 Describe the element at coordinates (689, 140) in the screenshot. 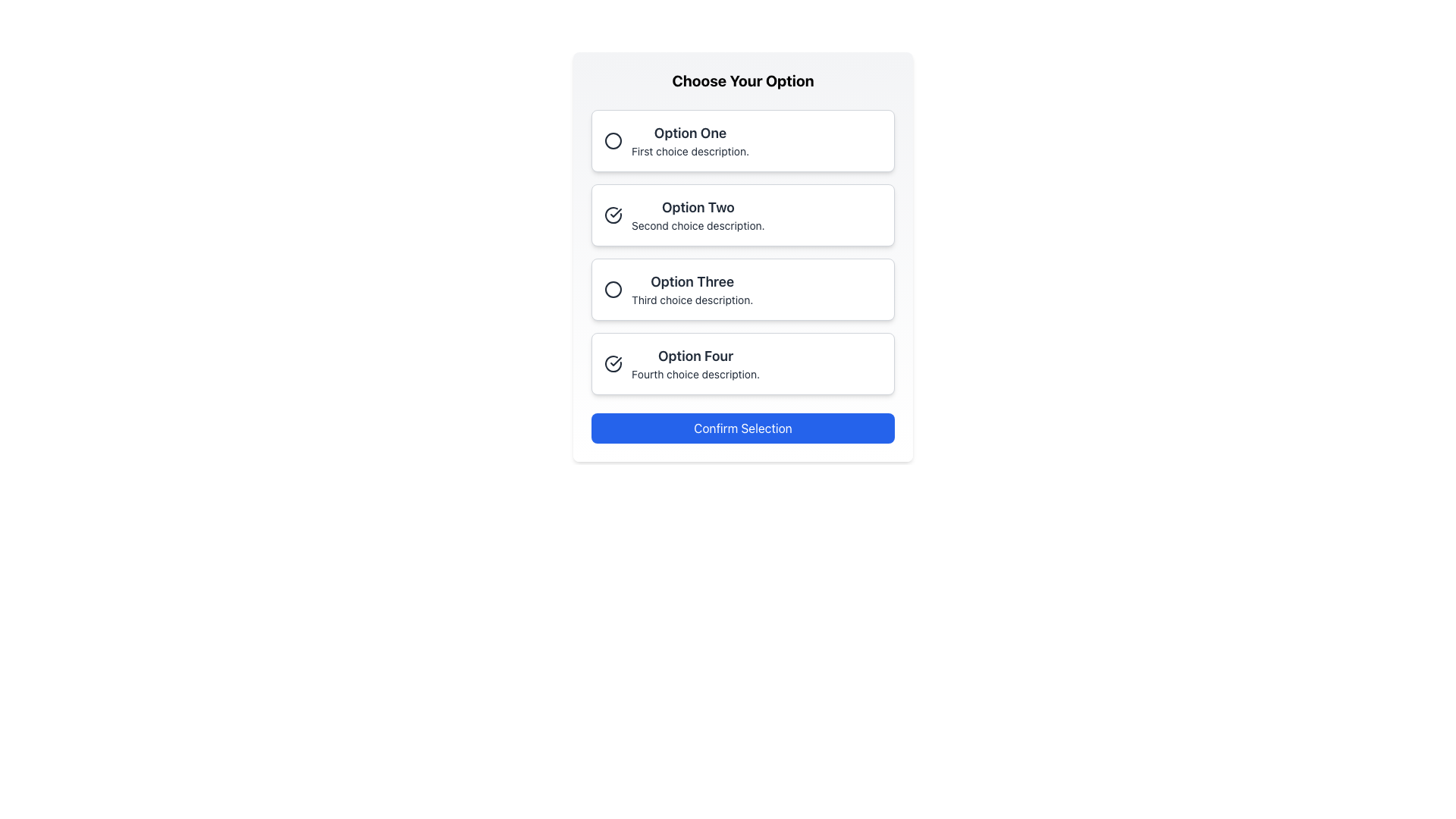

I see `the text label that displays the first selectable option in the list, located at the top of a vertical list within a white panel labeled 'Choose Your Option.'` at that location.